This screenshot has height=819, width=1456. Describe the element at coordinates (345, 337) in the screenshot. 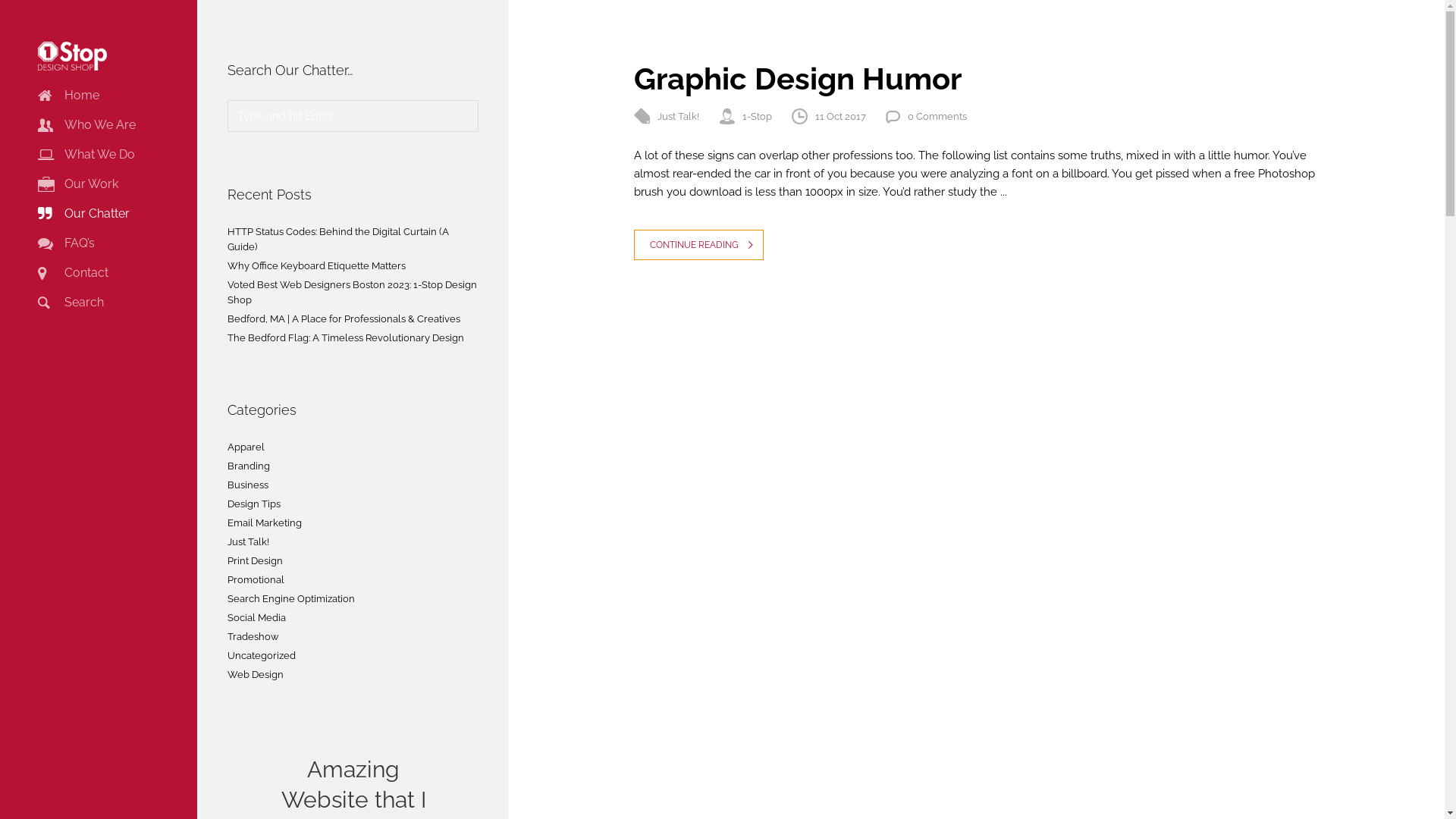

I see `'The Bedford Flag: A Timeless Revolutionary Design'` at that location.